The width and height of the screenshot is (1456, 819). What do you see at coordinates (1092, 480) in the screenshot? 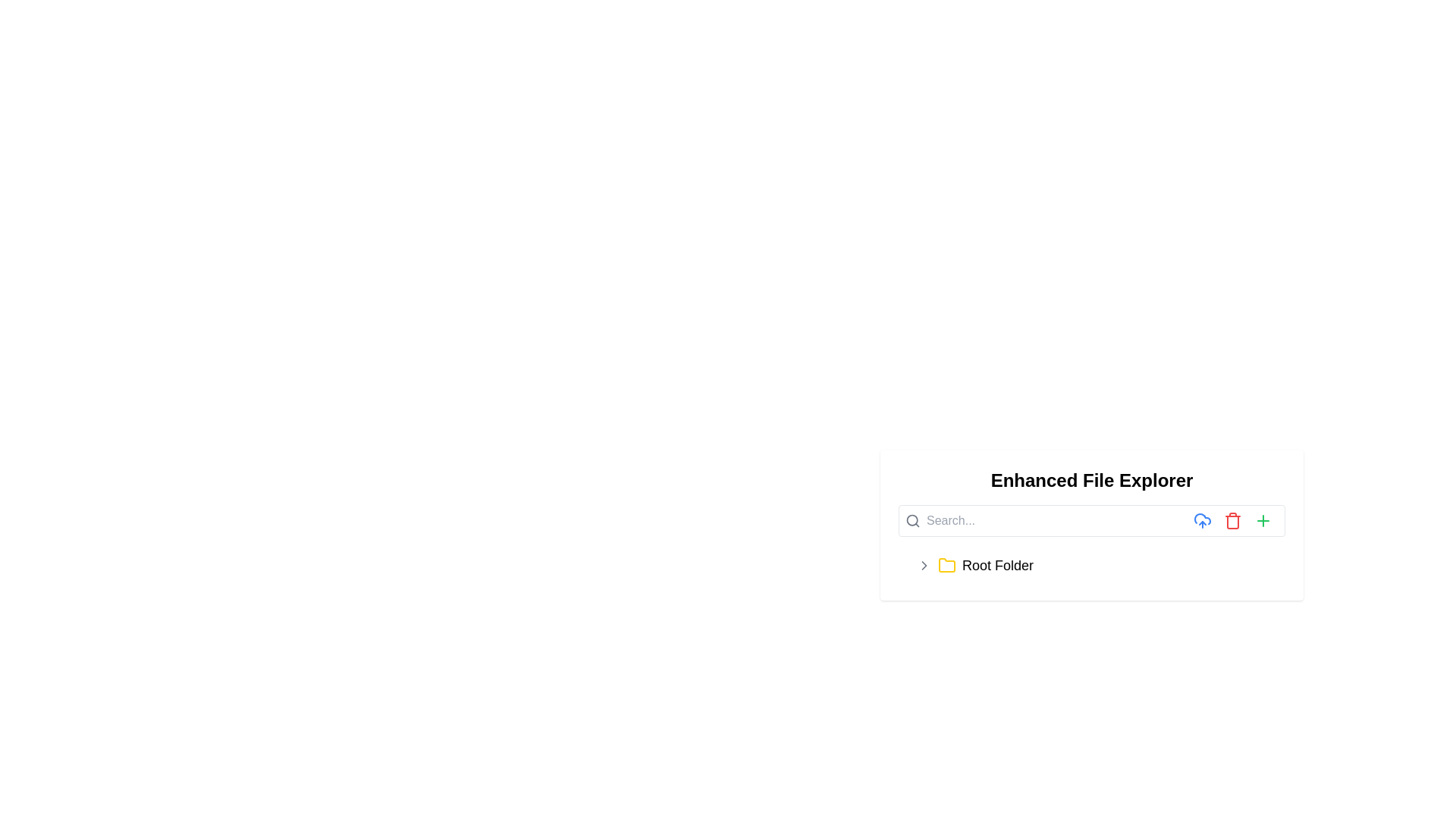
I see `header or title text indicating the purpose of the file exploration interface, located at the top center of its containing box, positioned above the search bar and folder display` at bounding box center [1092, 480].